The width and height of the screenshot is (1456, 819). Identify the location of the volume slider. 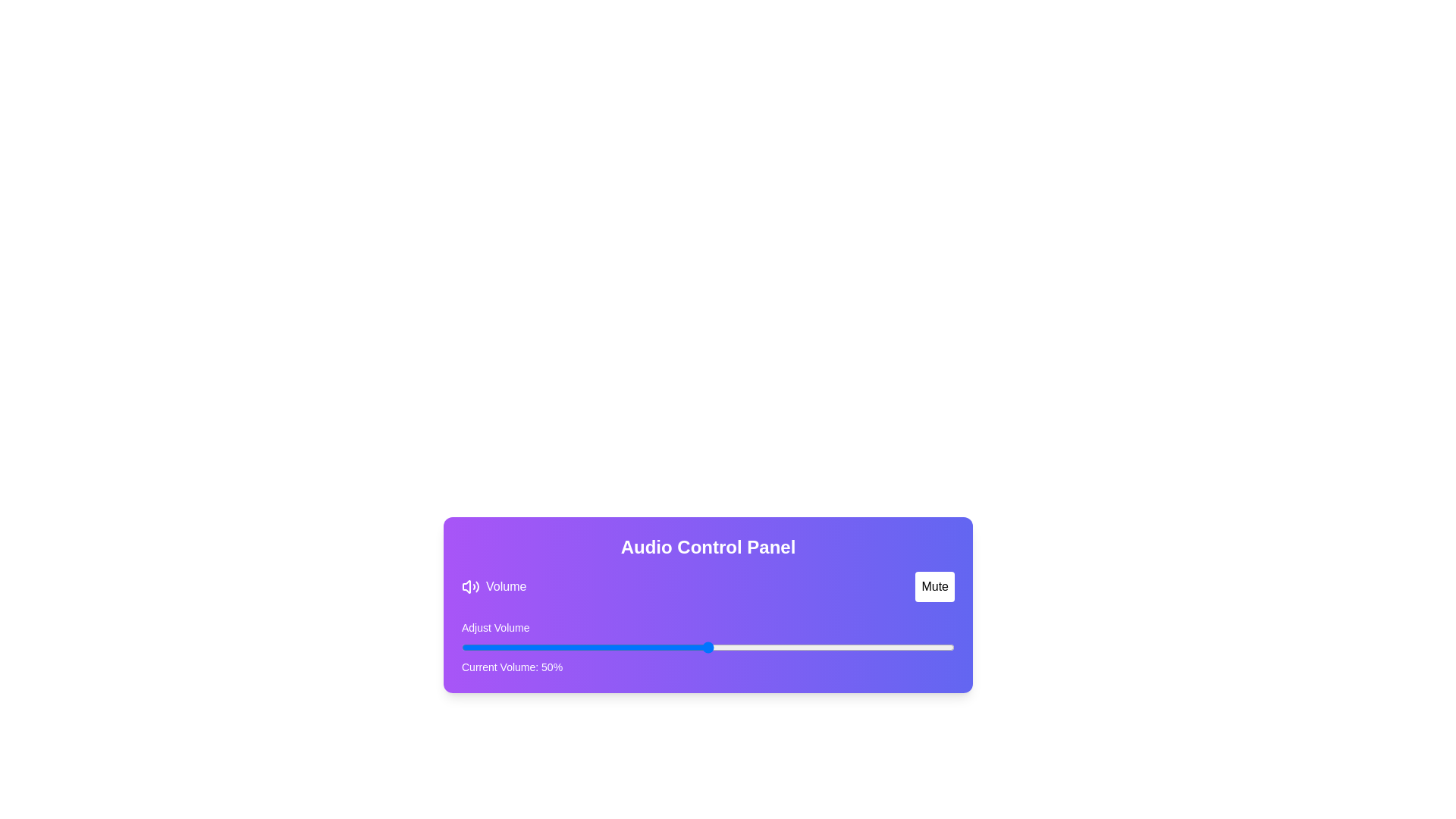
(846, 647).